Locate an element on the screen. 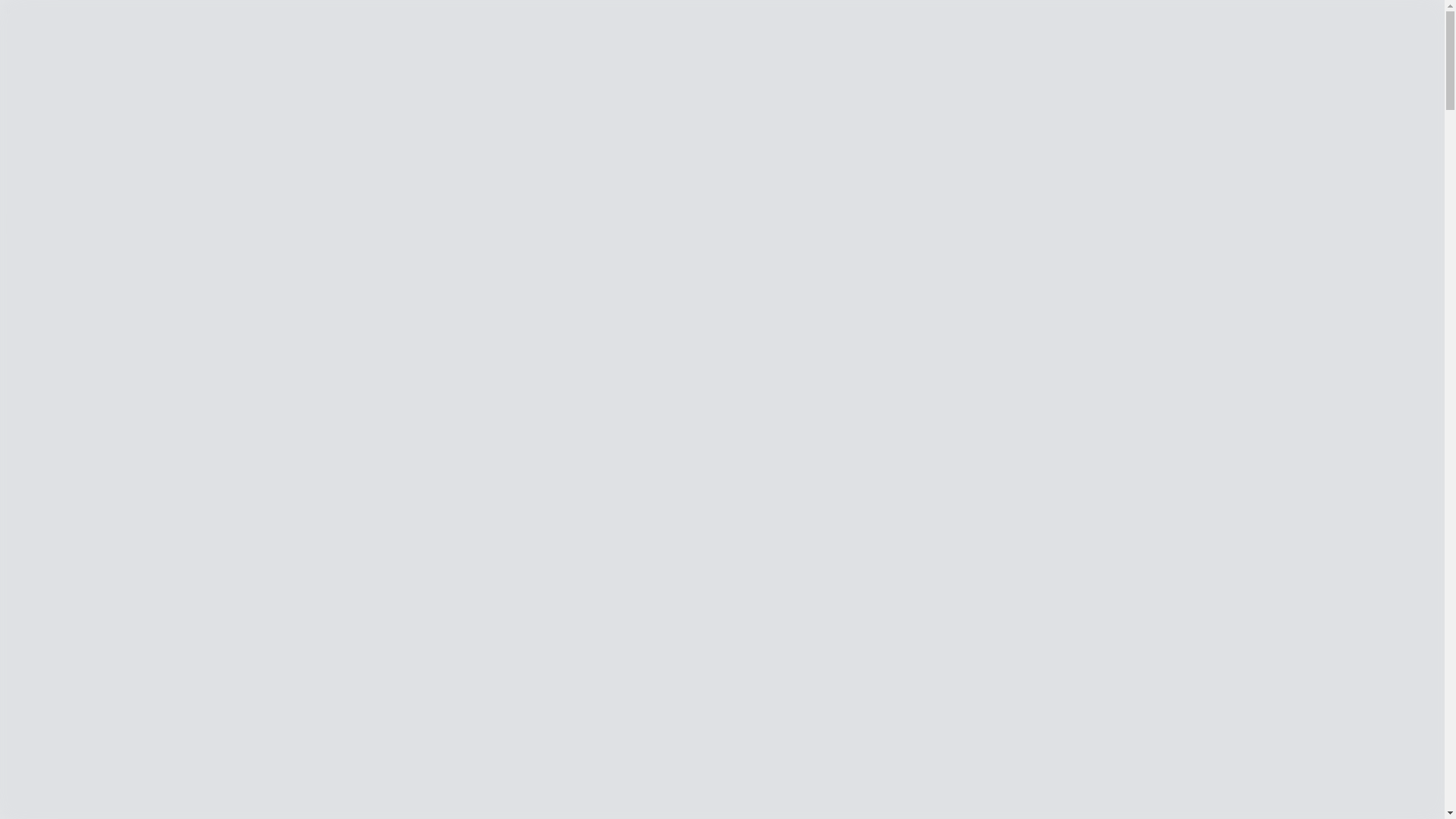 The width and height of the screenshot is (1456, 819). 'Shop' is located at coordinates (43, 279).